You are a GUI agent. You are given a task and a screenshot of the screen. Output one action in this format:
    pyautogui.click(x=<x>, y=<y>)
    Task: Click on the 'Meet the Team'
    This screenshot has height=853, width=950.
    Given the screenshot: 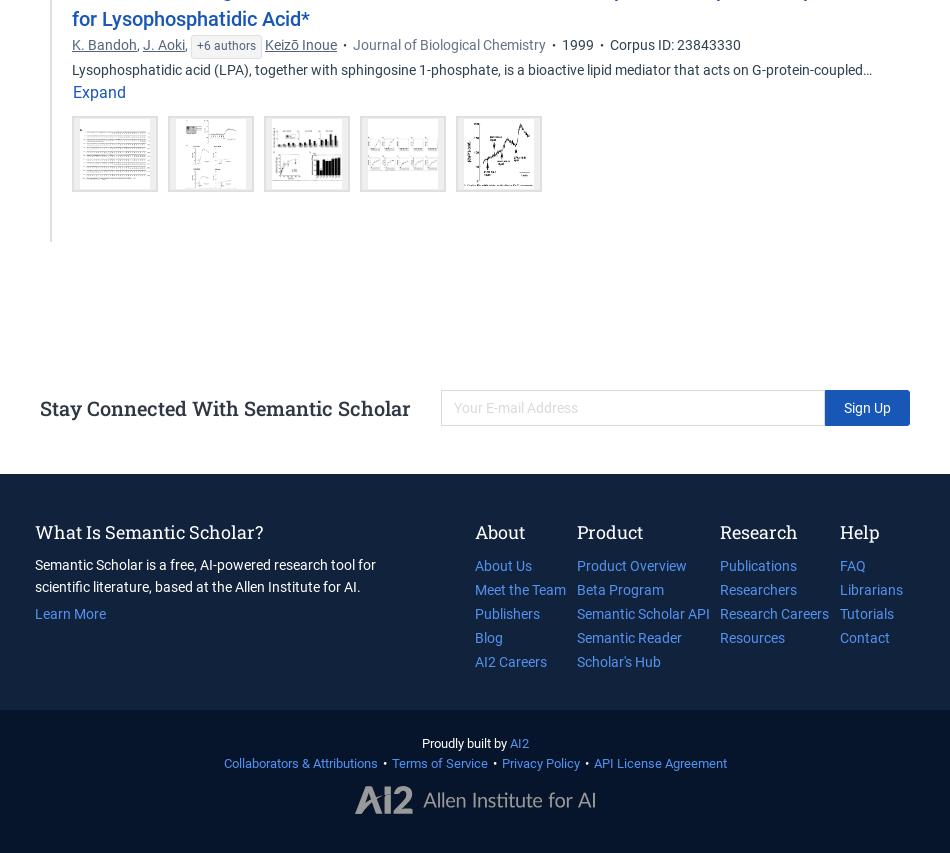 What is the action you would take?
    pyautogui.click(x=520, y=590)
    